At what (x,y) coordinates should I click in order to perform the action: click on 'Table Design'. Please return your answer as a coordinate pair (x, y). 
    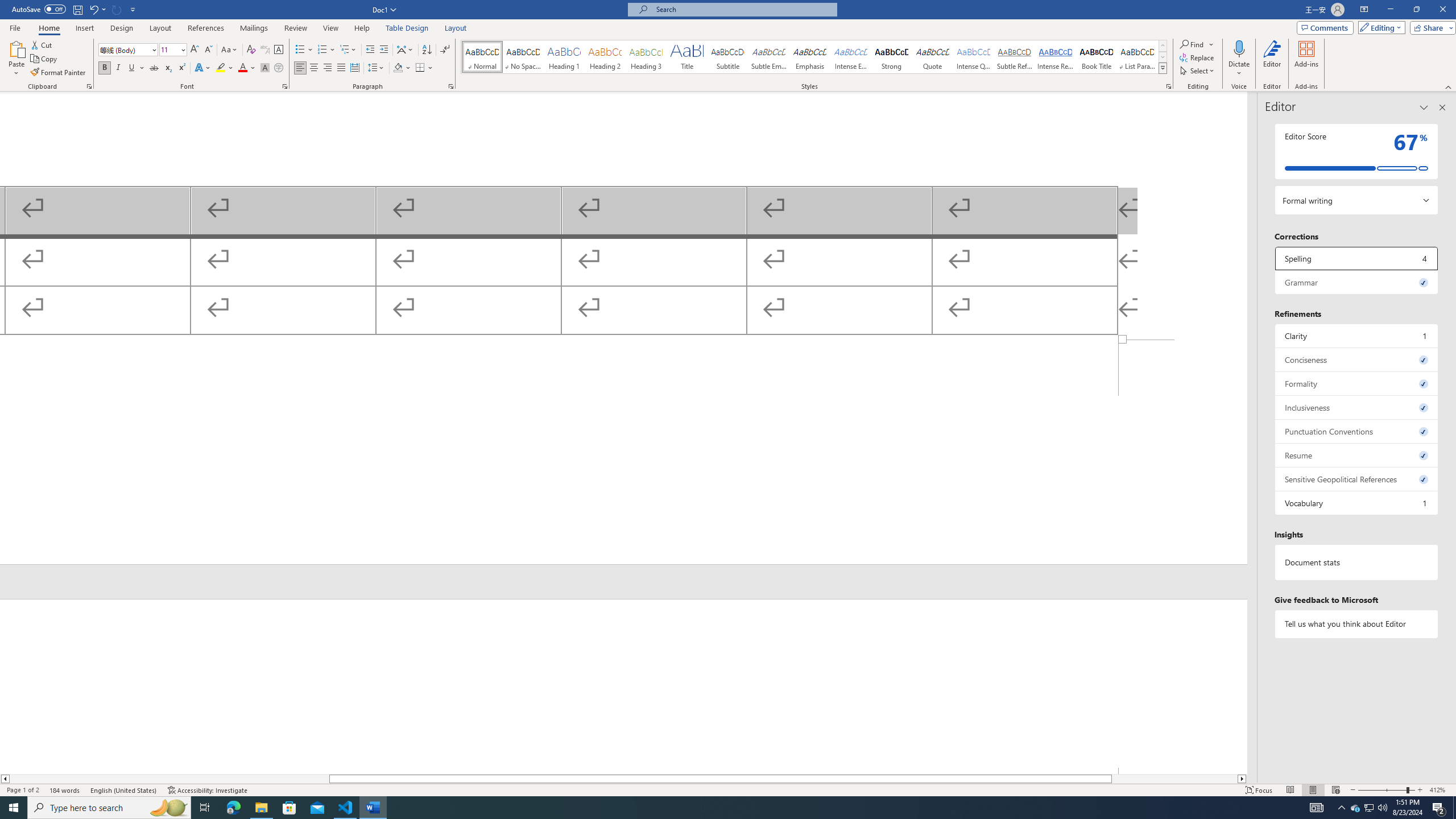
    Looking at the image, I should click on (407, 28).